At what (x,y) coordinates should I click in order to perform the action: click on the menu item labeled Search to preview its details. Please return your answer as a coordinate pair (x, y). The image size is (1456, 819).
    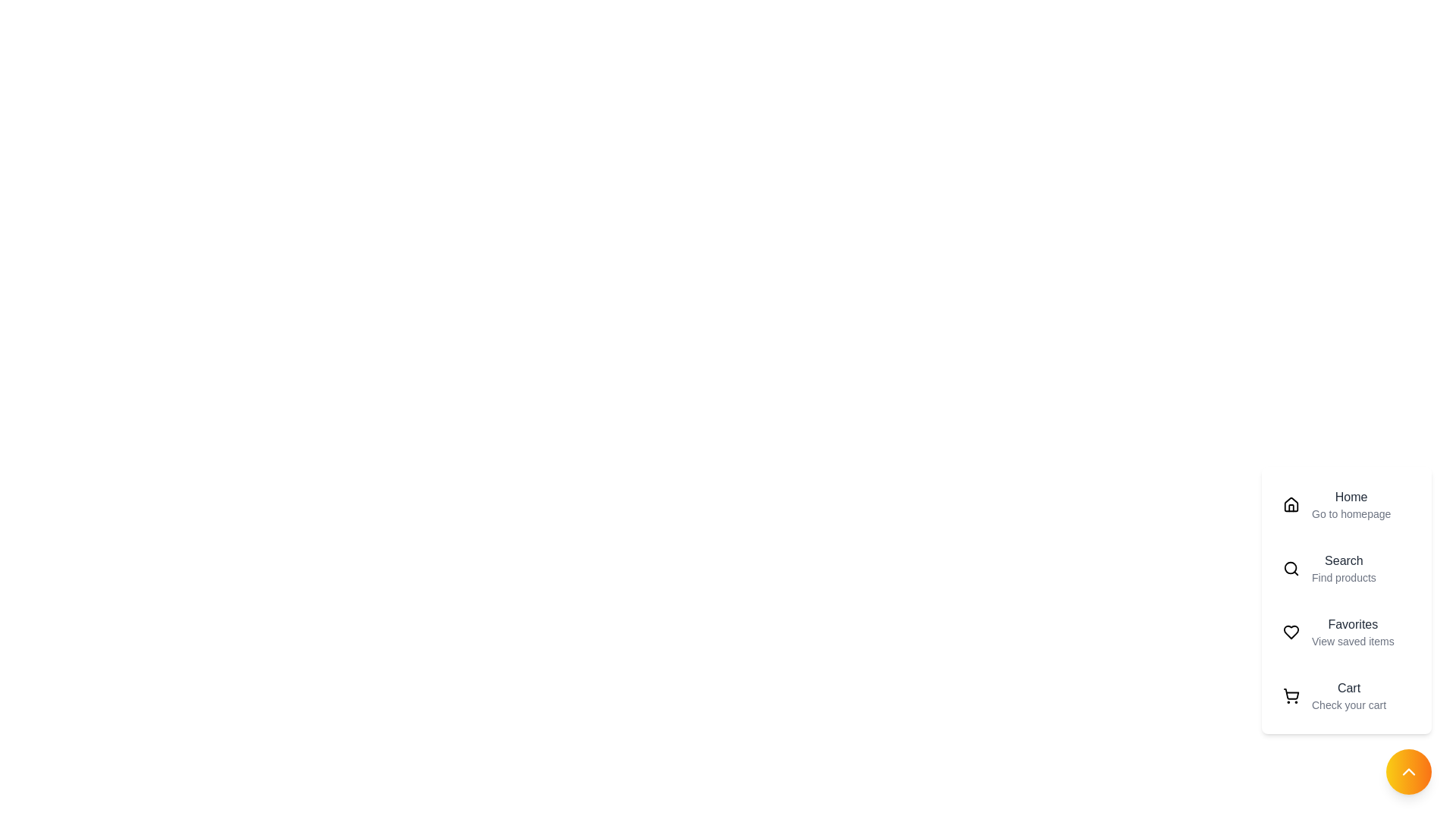
    Looking at the image, I should click on (1347, 568).